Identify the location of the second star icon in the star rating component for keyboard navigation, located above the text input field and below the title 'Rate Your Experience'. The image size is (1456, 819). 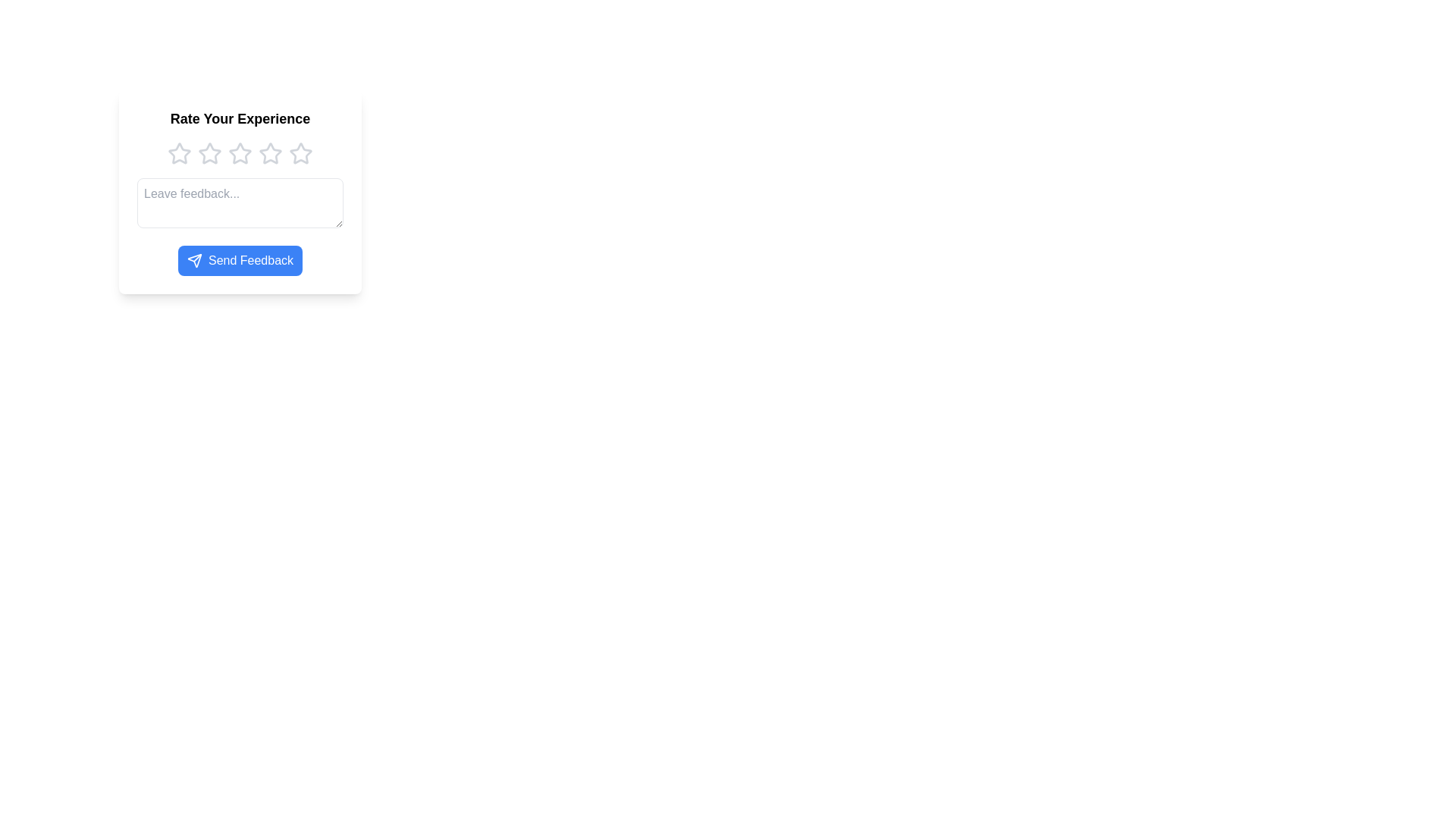
(239, 153).